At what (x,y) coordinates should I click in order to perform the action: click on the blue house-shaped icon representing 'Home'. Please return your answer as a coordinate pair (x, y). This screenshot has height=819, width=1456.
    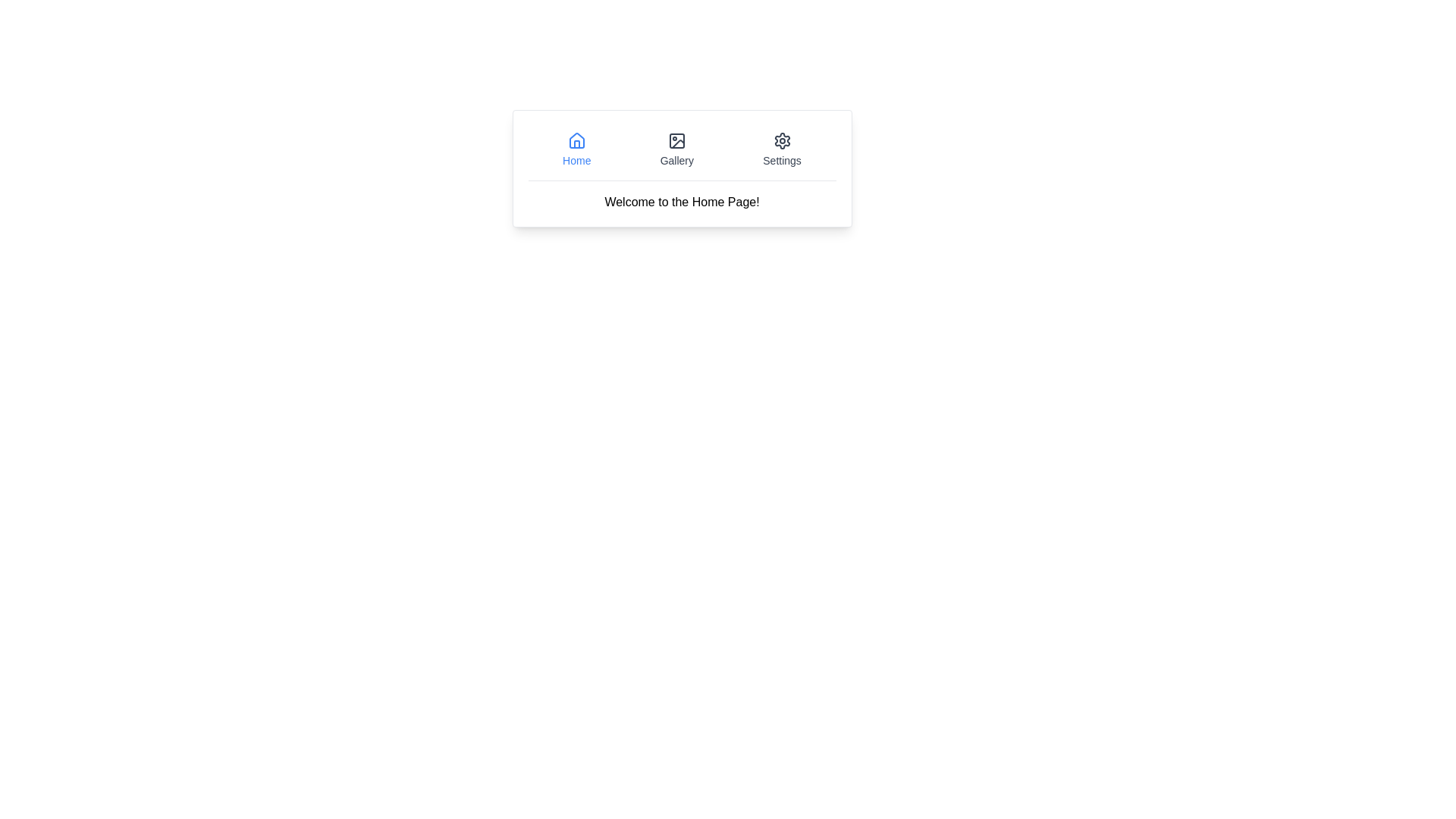
    Looking at the image, I should click on (576, 140).